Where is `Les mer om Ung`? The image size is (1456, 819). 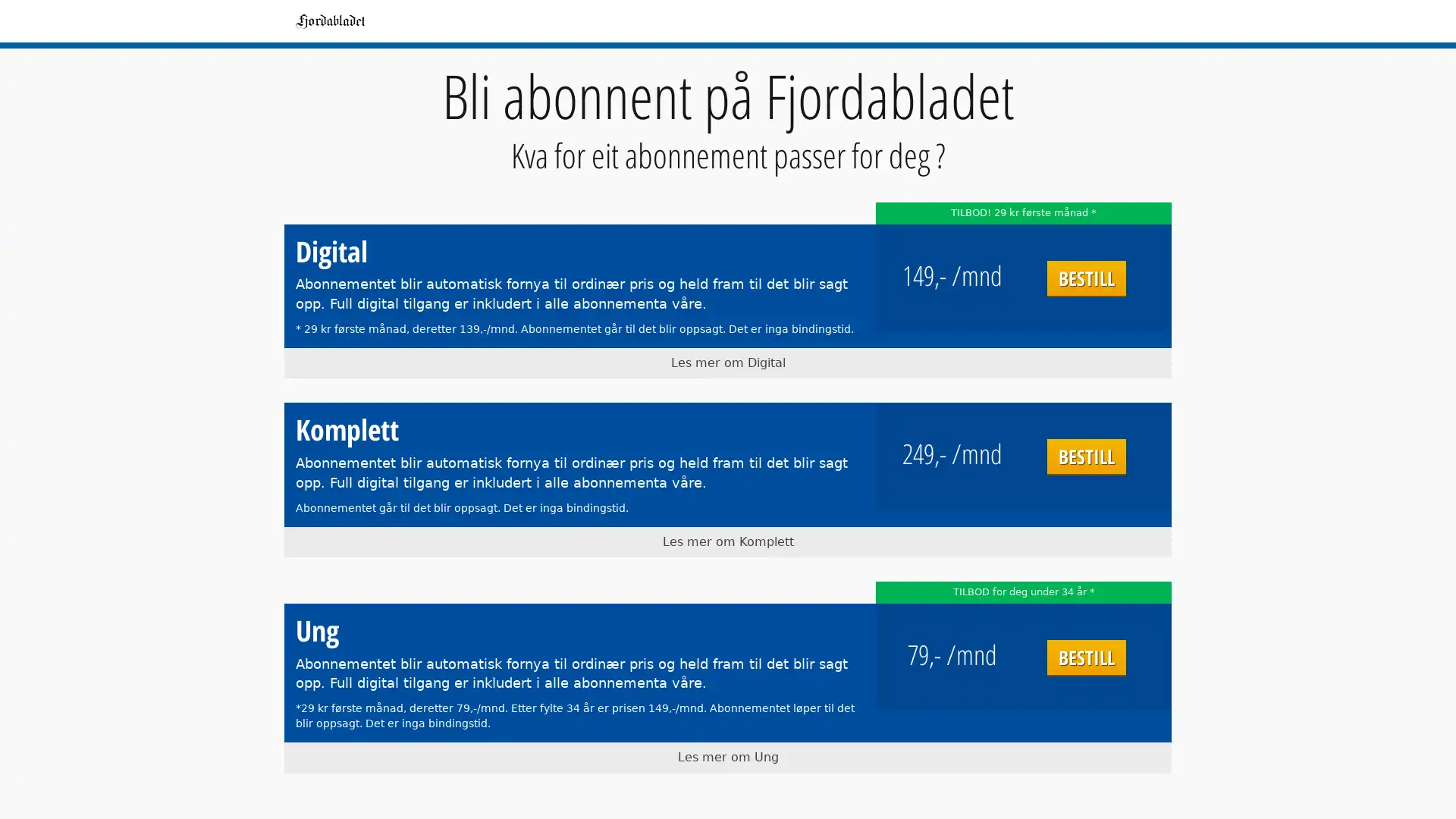 Les mer om Ung is located at coordinates (728, 758).